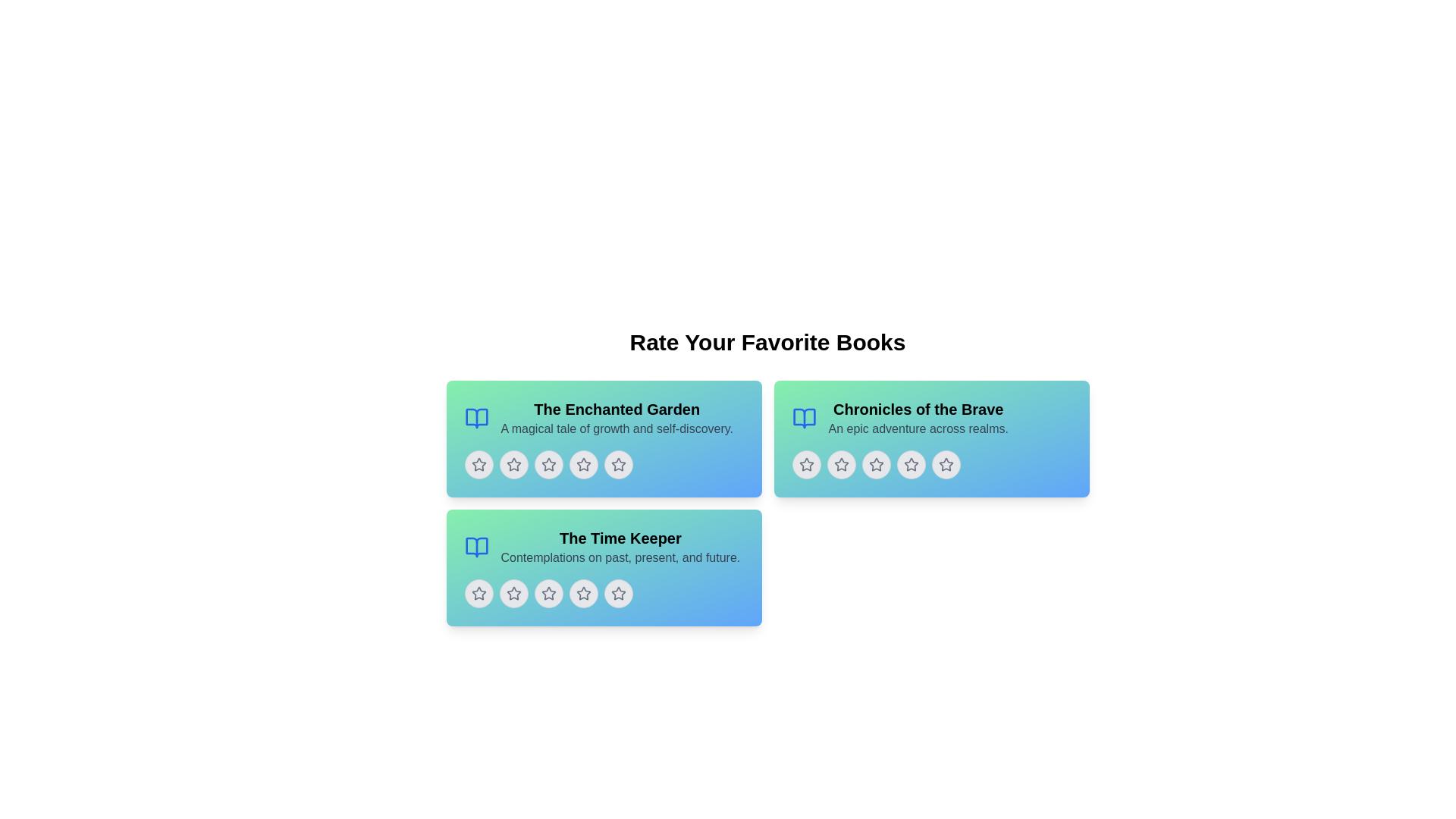 The height and width of the screenshot is (819, 1456). I want to click on text content of the Text block displaying 'A magical tale of growth and self-discovery.' located beneath the title 'The Enchanted Garden' in the top-left card of the grid, so click(617, 429).